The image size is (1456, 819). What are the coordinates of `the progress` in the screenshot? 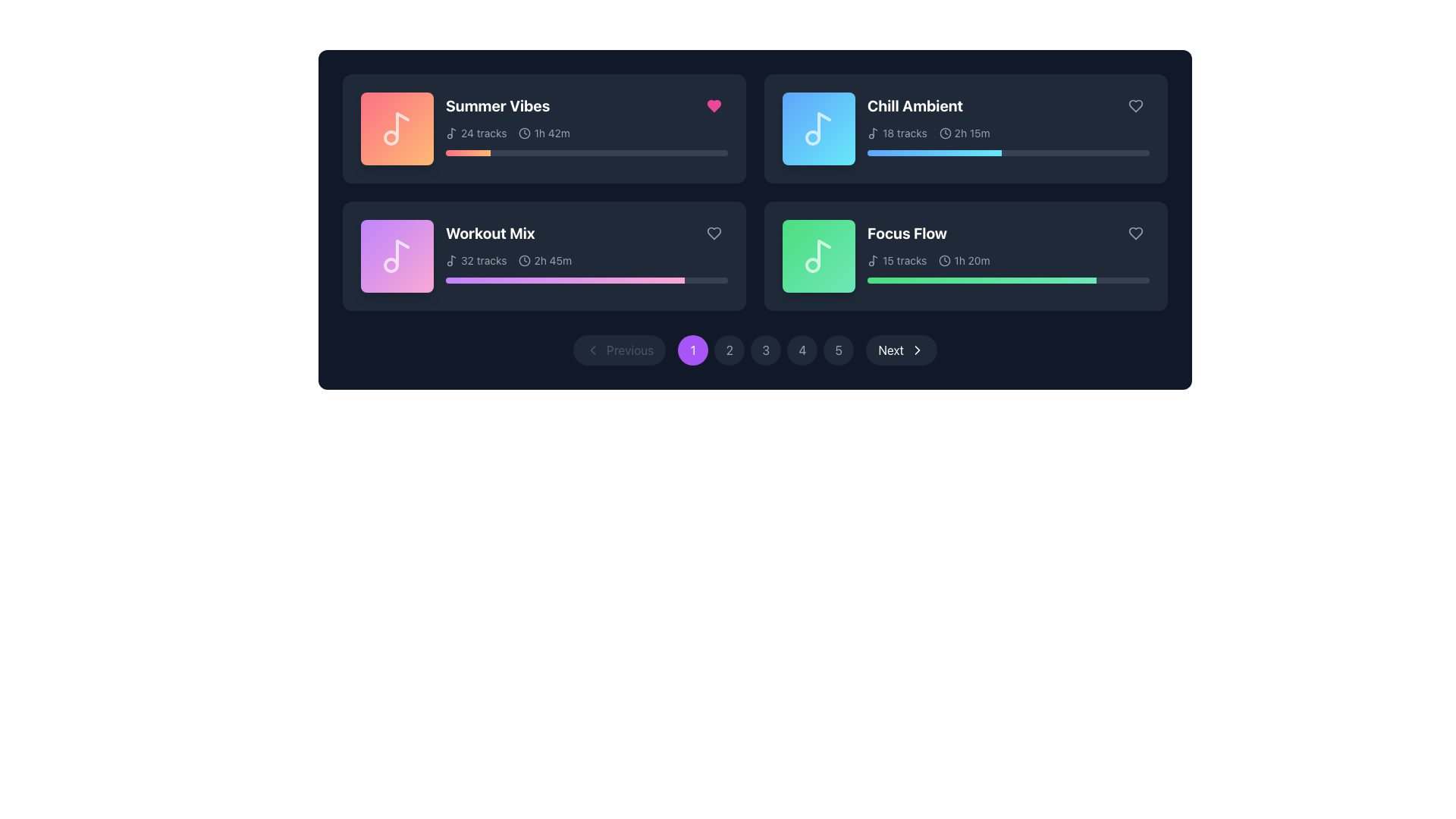 It's located at (557, 152).